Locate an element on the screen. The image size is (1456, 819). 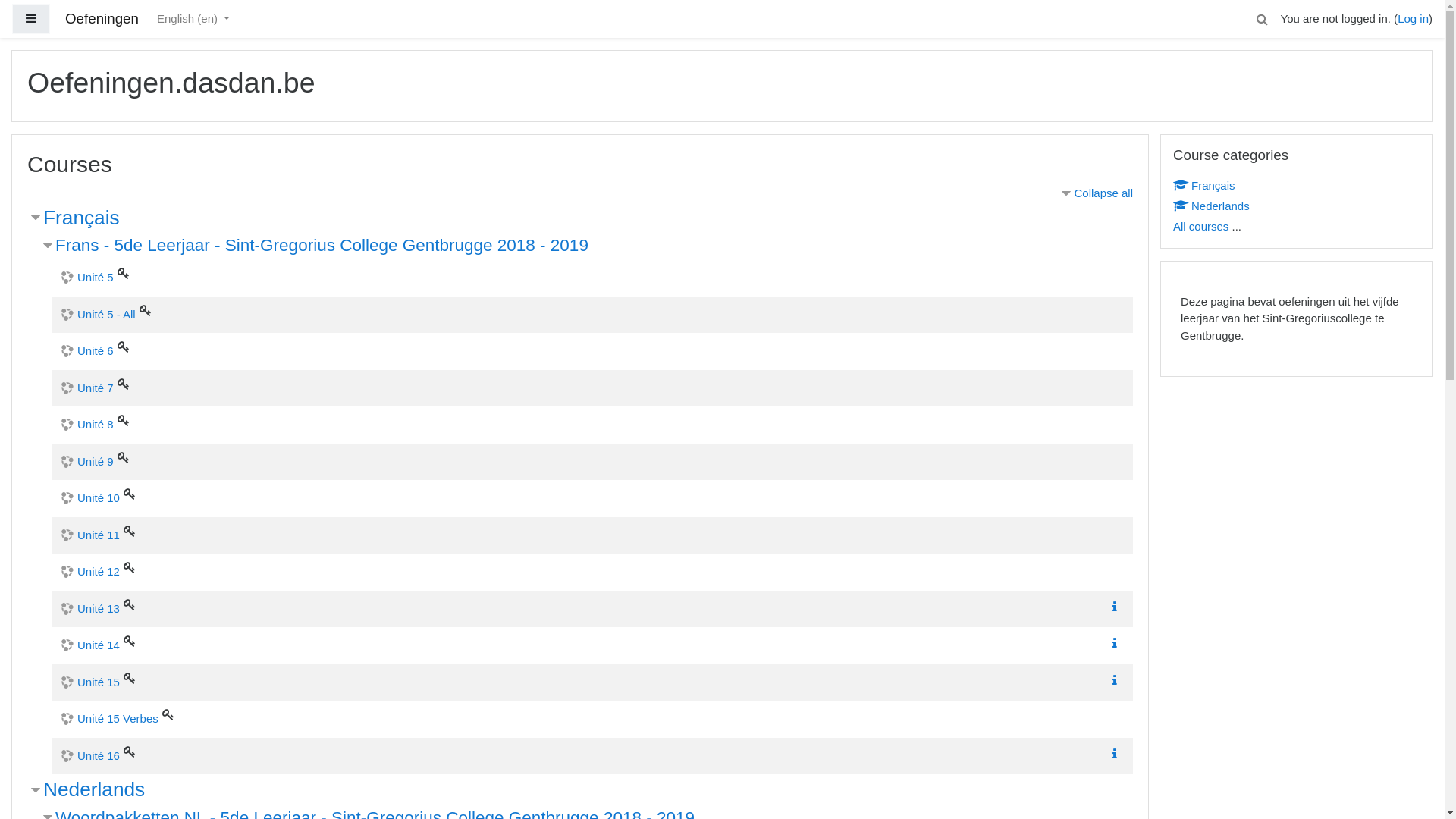
'Course' is located at coordinates (1172, 184).